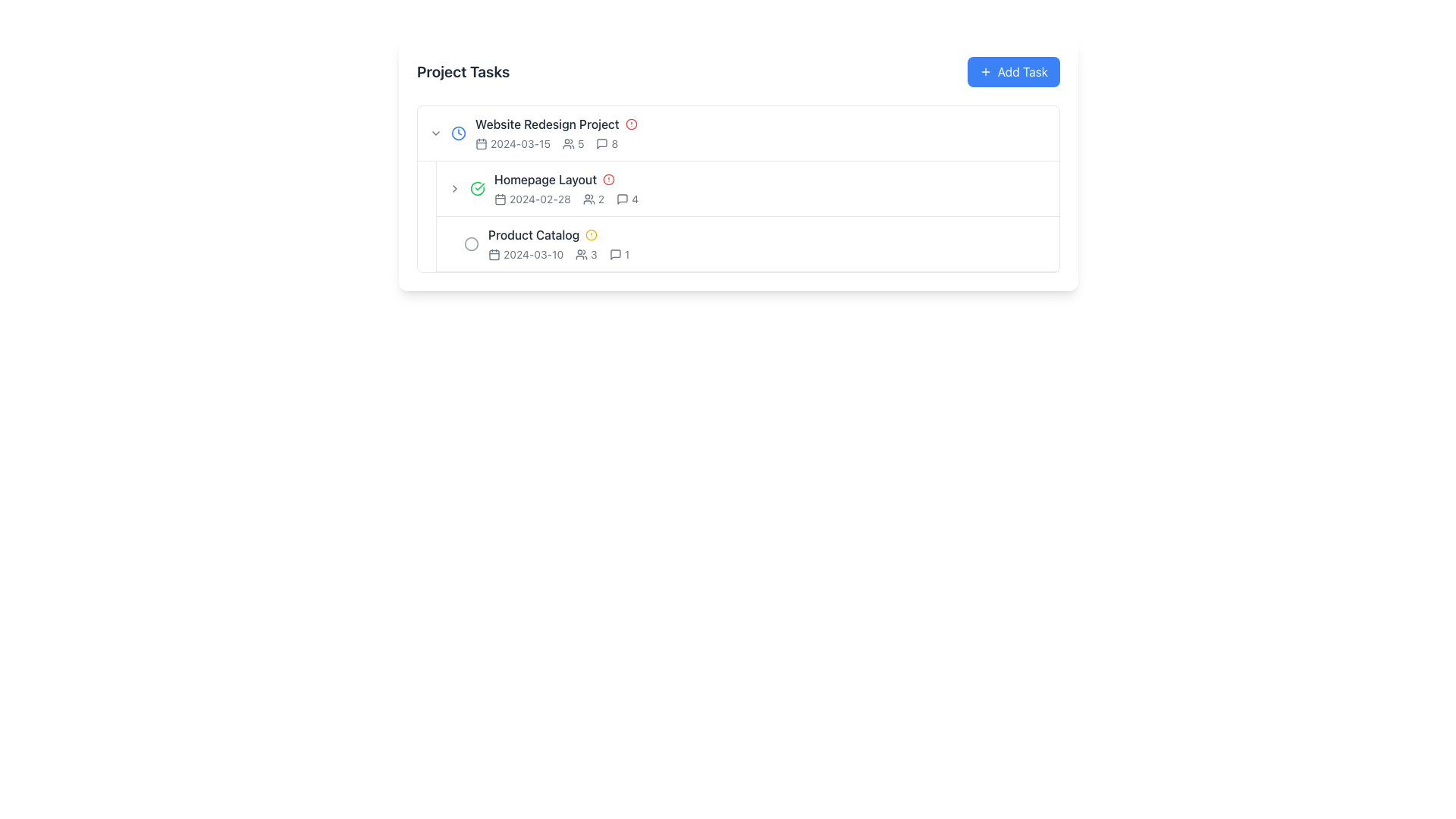 The height and width of the screenshot is (819, 1456). What do you see at coordinates (520, 143) in the screenshot?
I see `the static text element displaying the date '2024-03-15', which is positioned to the right of the calendar icon in the 'Website Redesign Project' task list` at bounding box center [520, 143].